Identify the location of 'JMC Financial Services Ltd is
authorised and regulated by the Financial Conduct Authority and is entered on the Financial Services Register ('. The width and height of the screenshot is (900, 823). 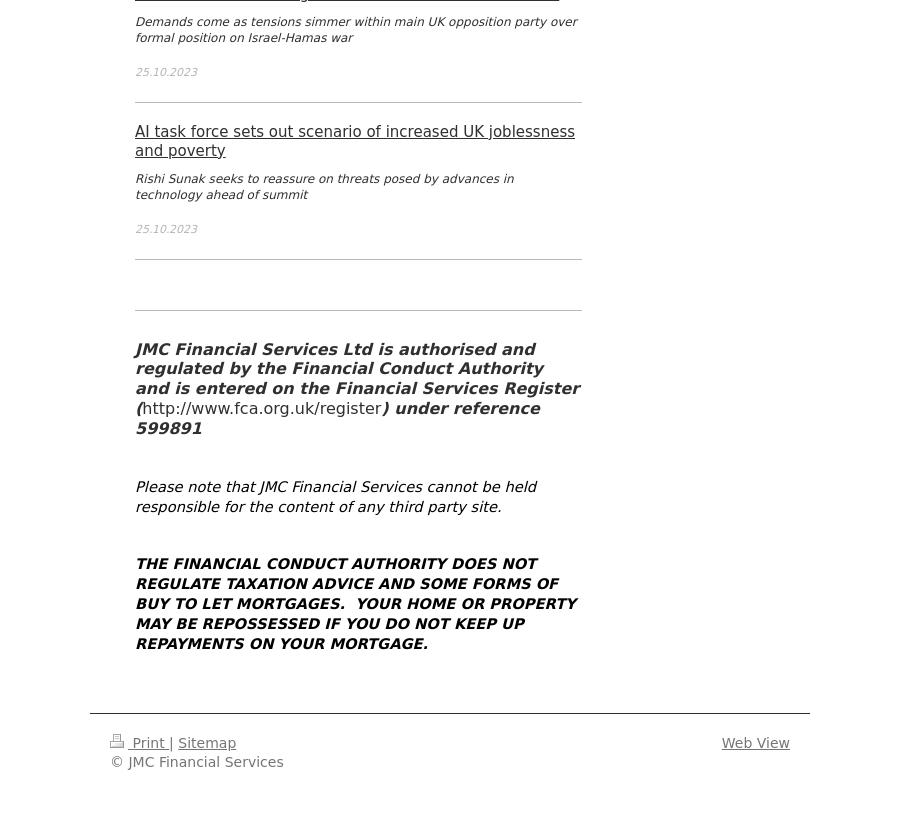
(357, 377).